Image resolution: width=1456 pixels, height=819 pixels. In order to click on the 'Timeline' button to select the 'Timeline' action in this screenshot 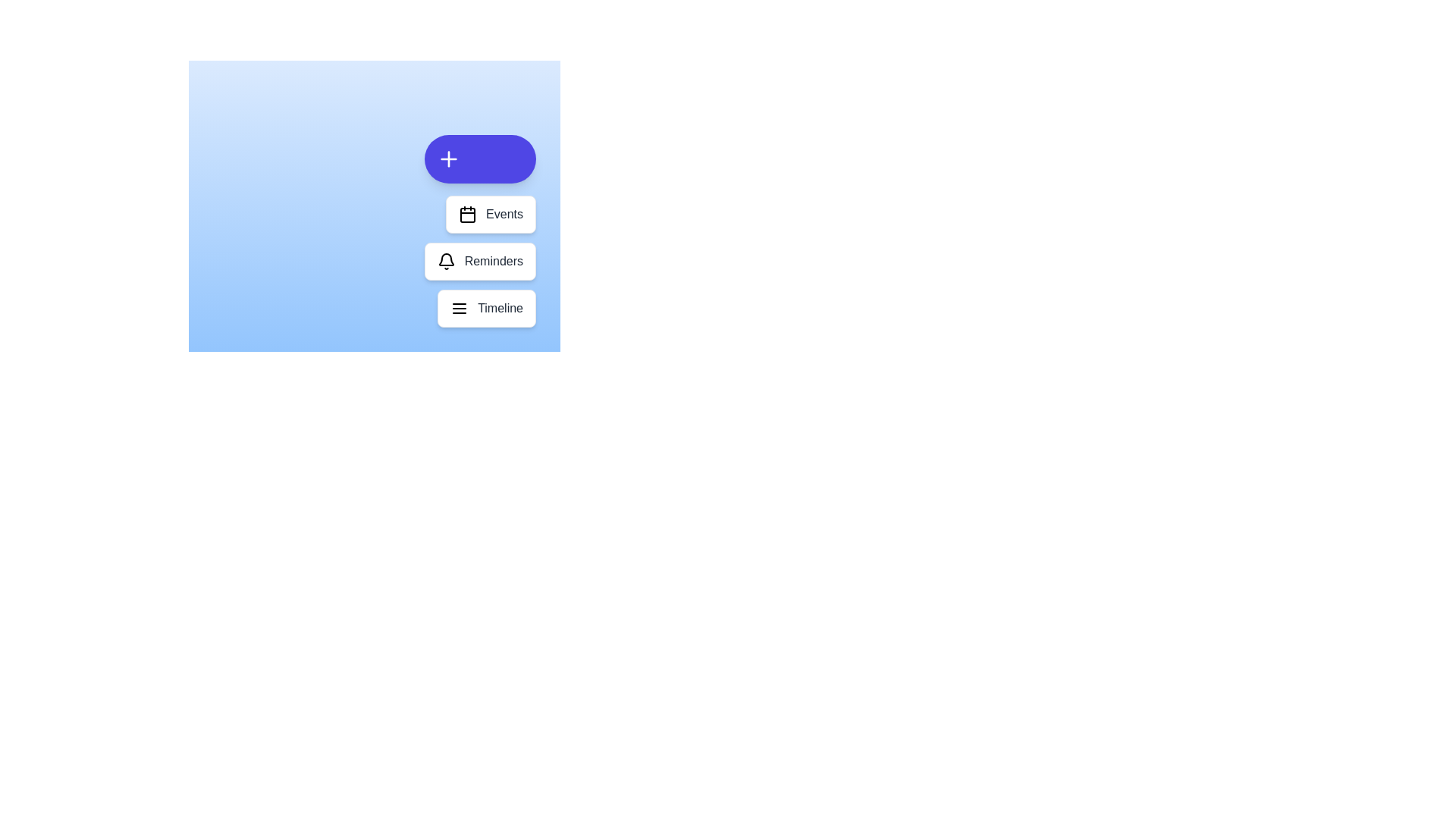, I will do `click(487, 308)`.